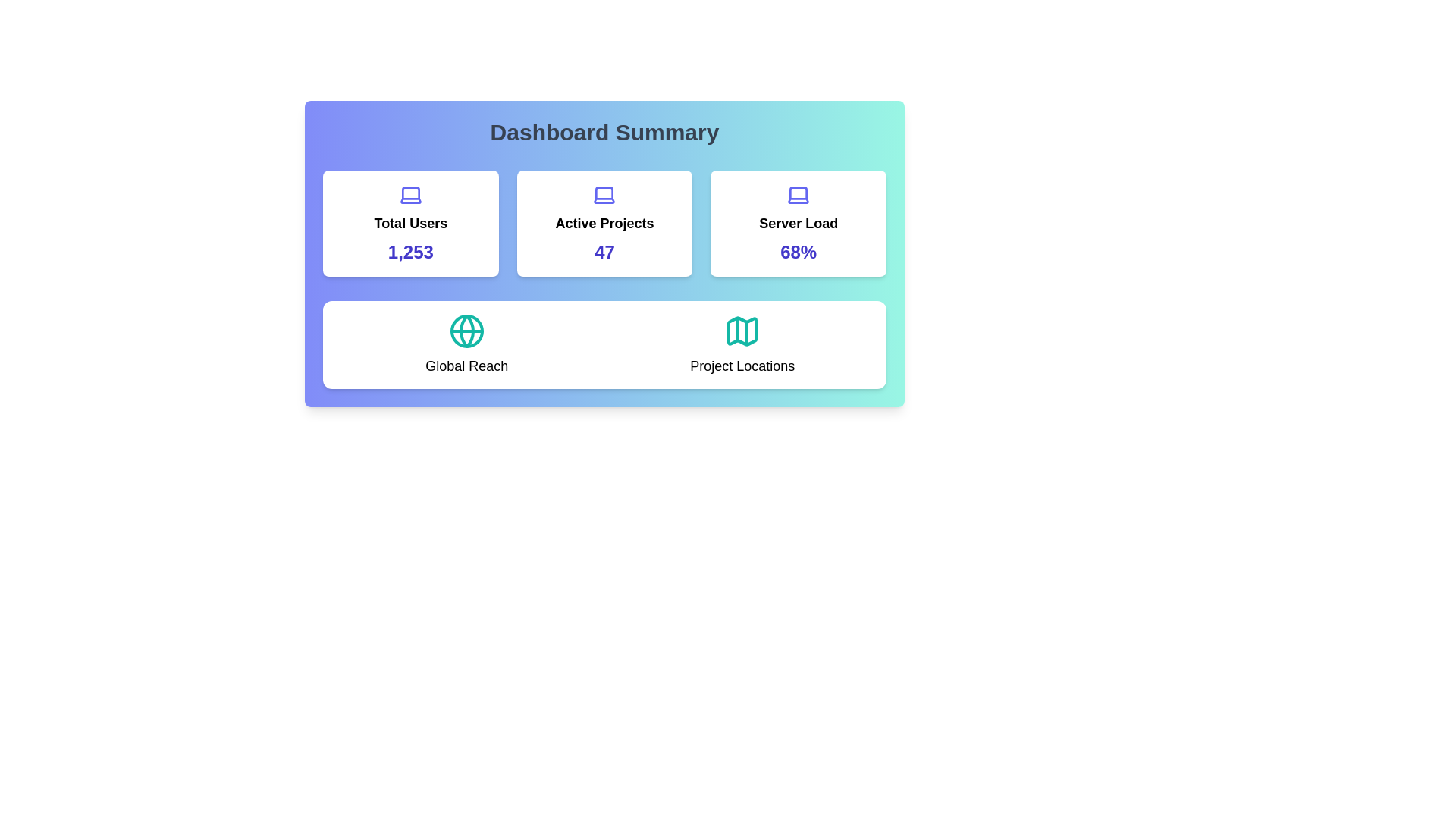  Describe the element at coordinates (798, 223) in the screenshot. I see `the 'Server Load' text label, which is styled in bold and positioned within a card on the rightmost side of a three-part layout, above the percentage value '68%' and below a laptop icon` at that location.